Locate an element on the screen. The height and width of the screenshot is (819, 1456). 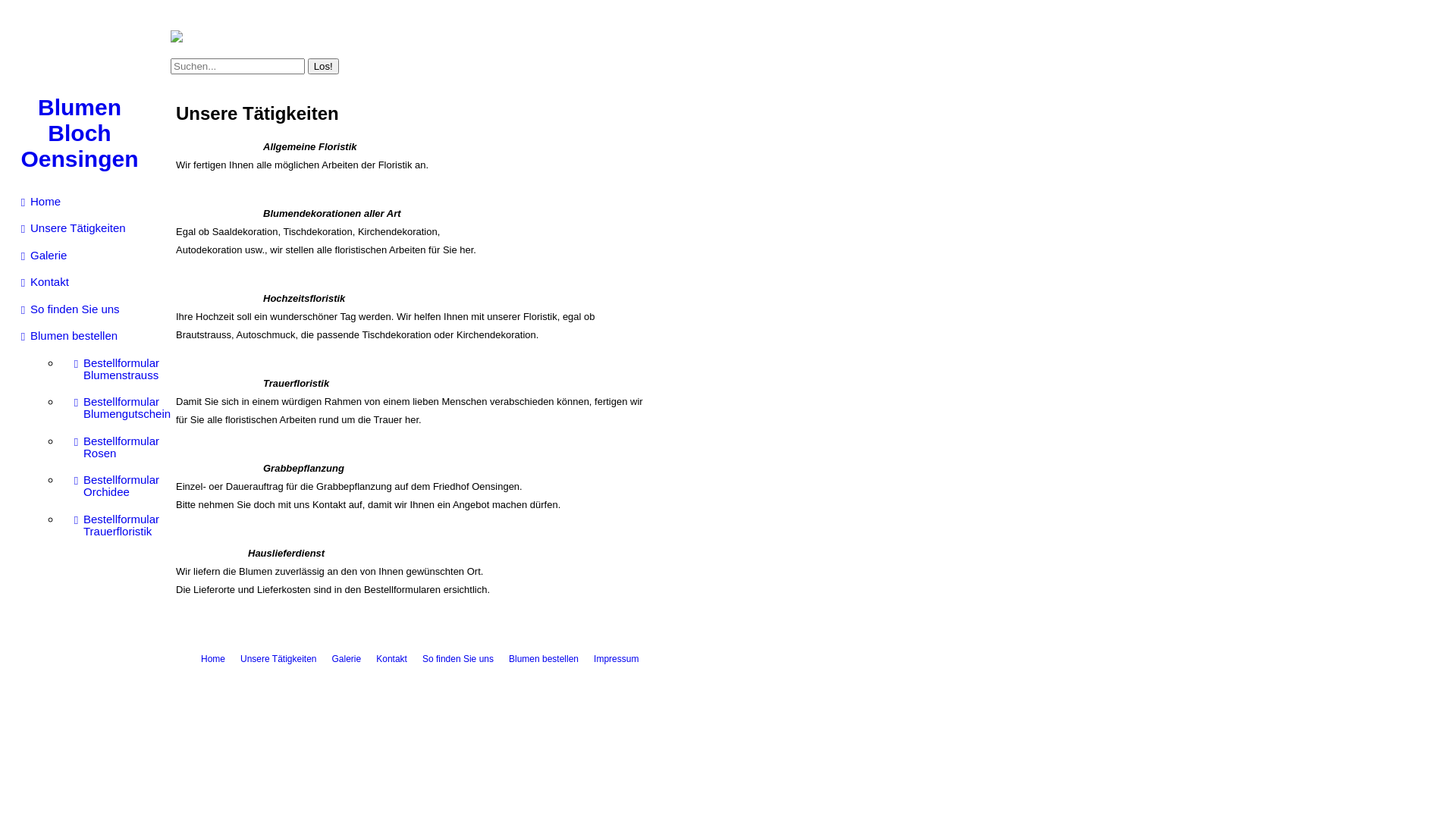
'Blumen bestellen' is located at coordinates (86, 335).